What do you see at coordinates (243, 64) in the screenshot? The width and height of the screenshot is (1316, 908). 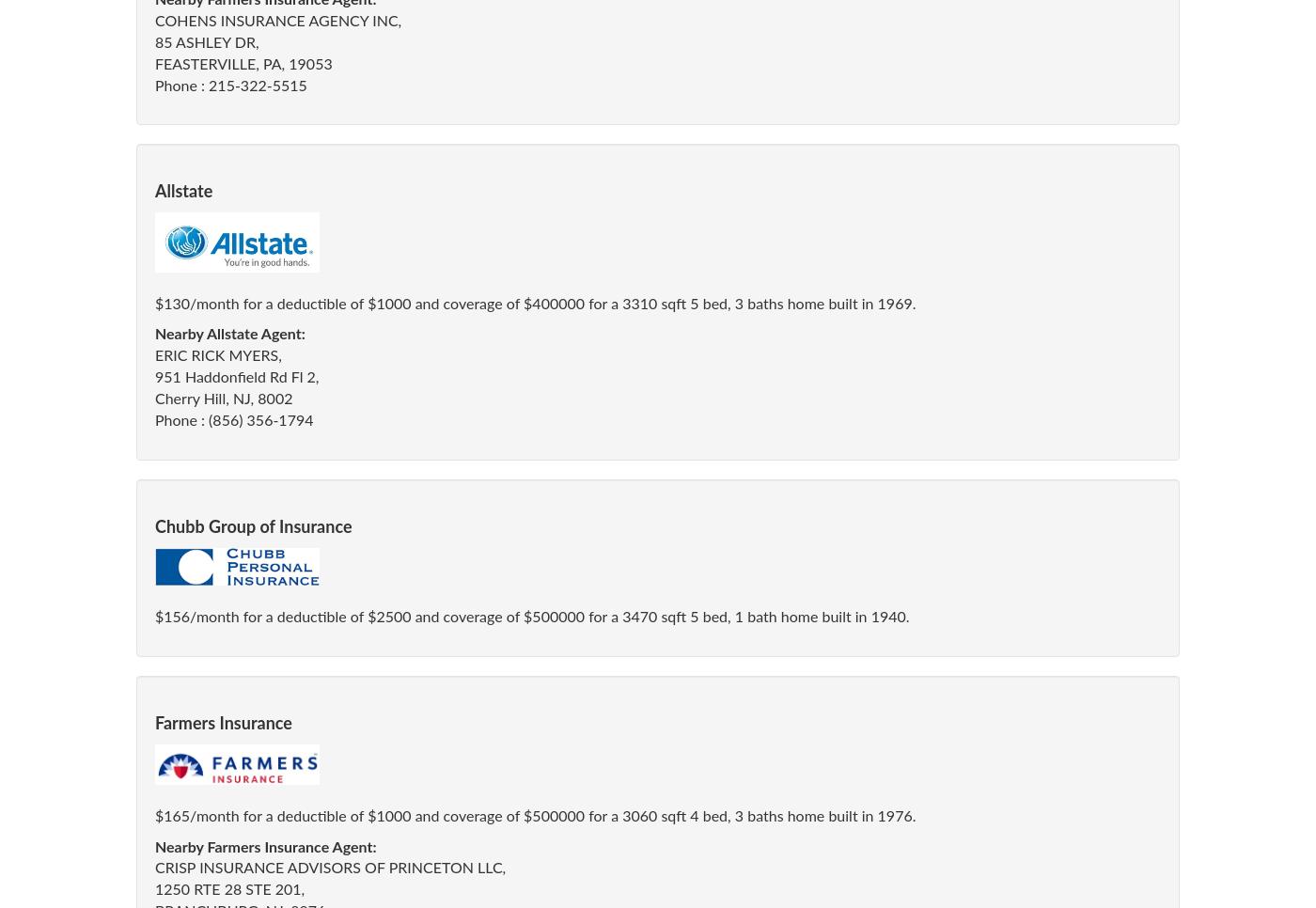 I see `'FEASTERVILLE, 
	 
	
	
		PA, 
	 
	
	
		19053'` at bounding box center [243, 64].